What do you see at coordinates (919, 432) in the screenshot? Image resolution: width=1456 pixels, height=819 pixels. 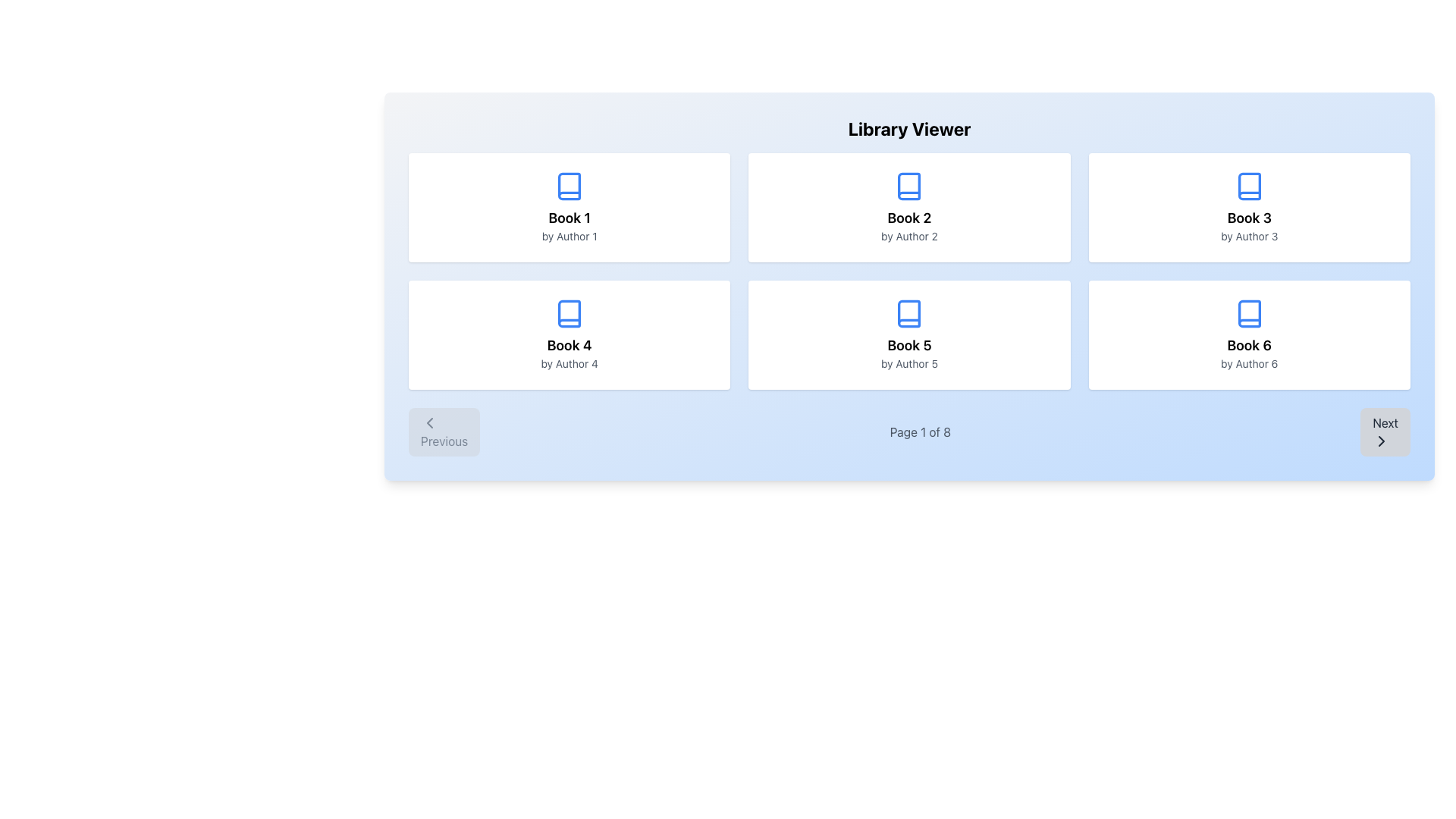 I see `the Static Text label displaying 'Page 1 of 8' located in the pagination controls, positioned centrally between the 'Previous' and 'Next' buttons` at bounding box center [919, 432].